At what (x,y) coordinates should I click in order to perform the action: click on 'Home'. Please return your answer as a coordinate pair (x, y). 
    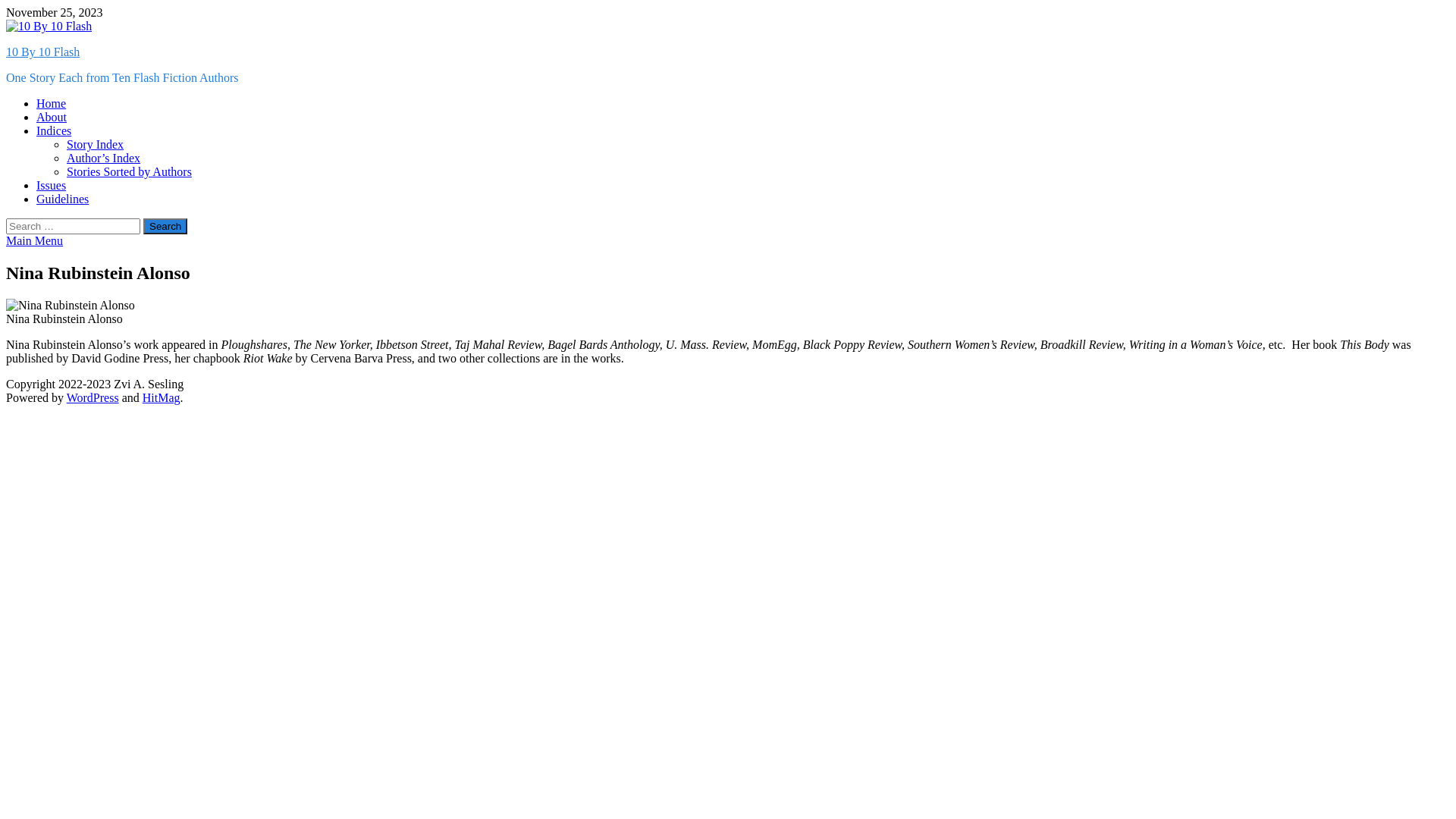
    Looking at the image, I should click on (51, 102).